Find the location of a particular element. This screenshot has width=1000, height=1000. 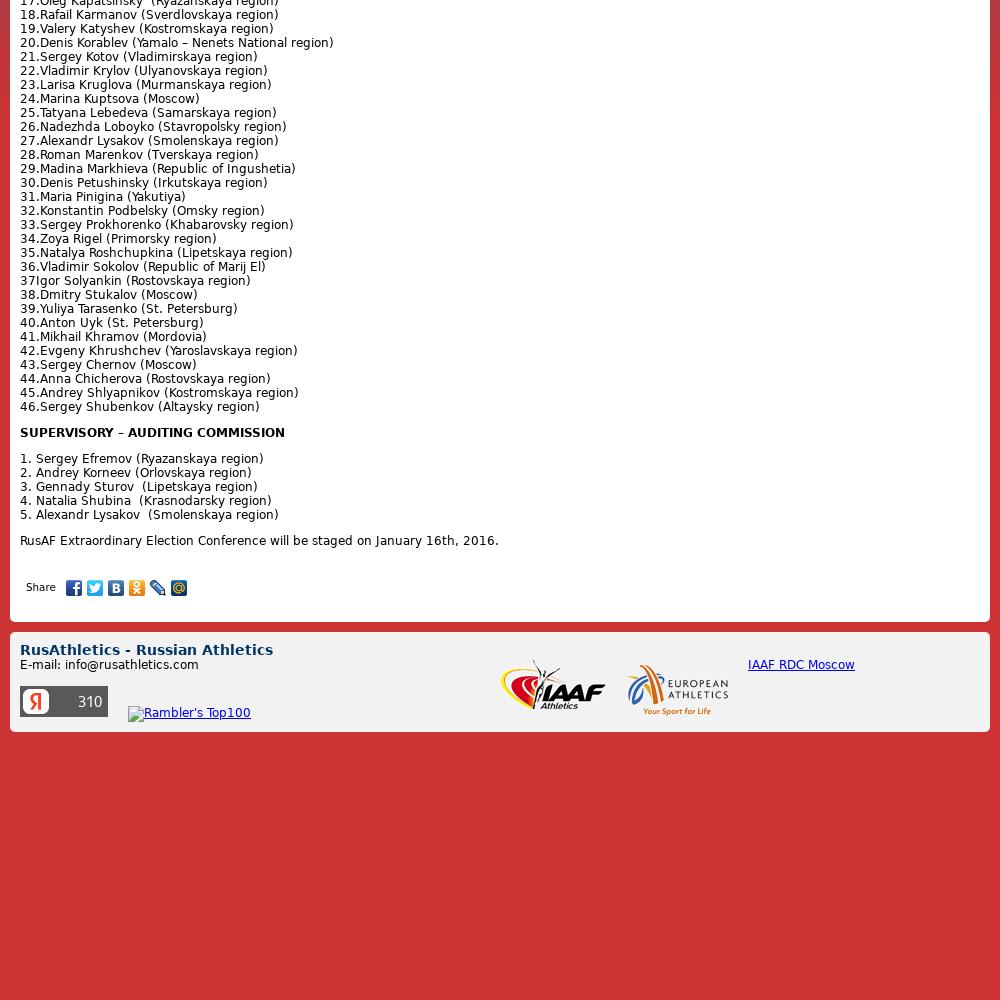

'29.Madina Markhieva (Republic of Ingushetia)' is located at coordinates (20, 169).